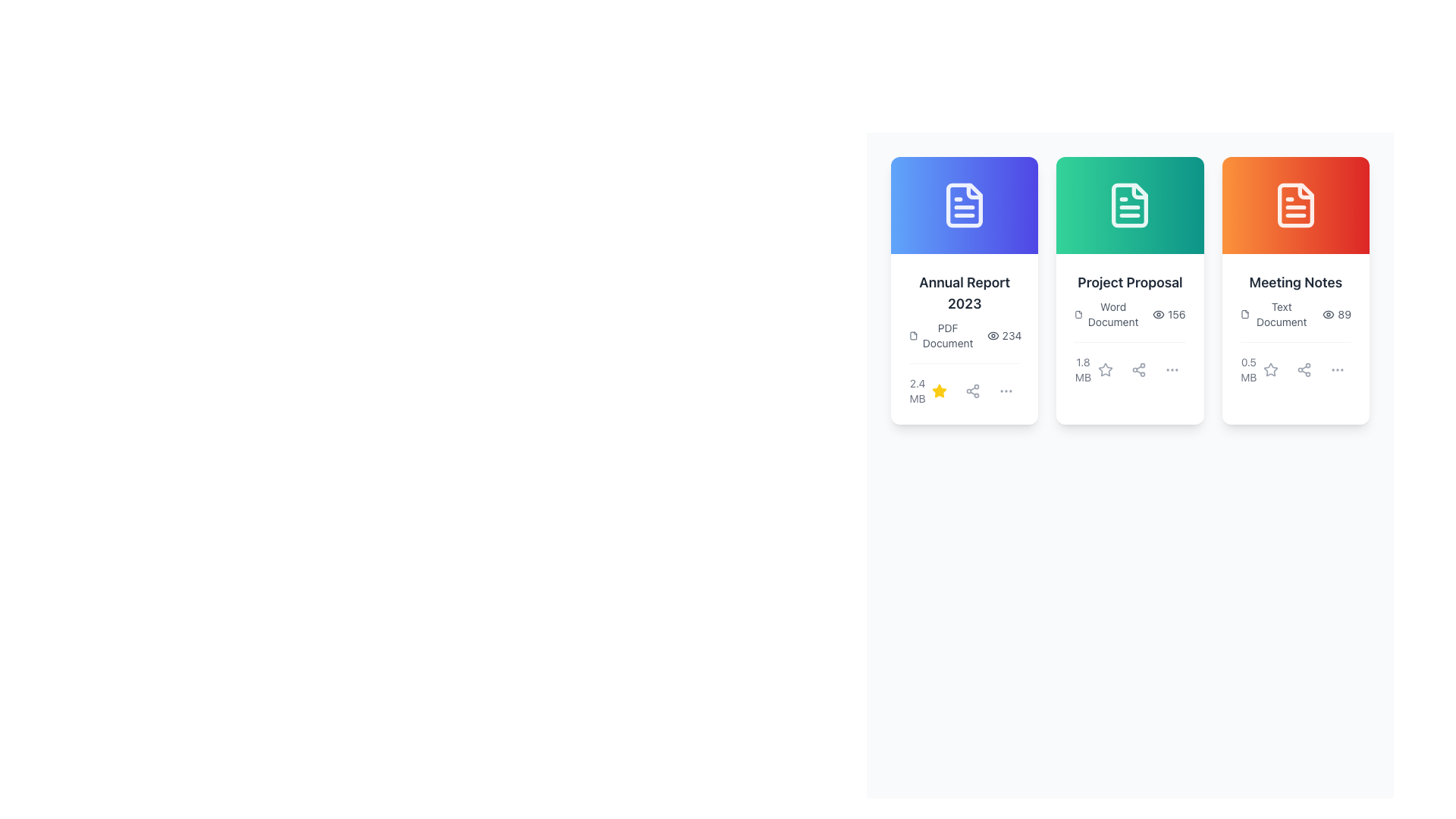 The width and height of the screenshot is (1456, 819). I want to click on the interactive icon button for sharing located, so click(1303, 370).